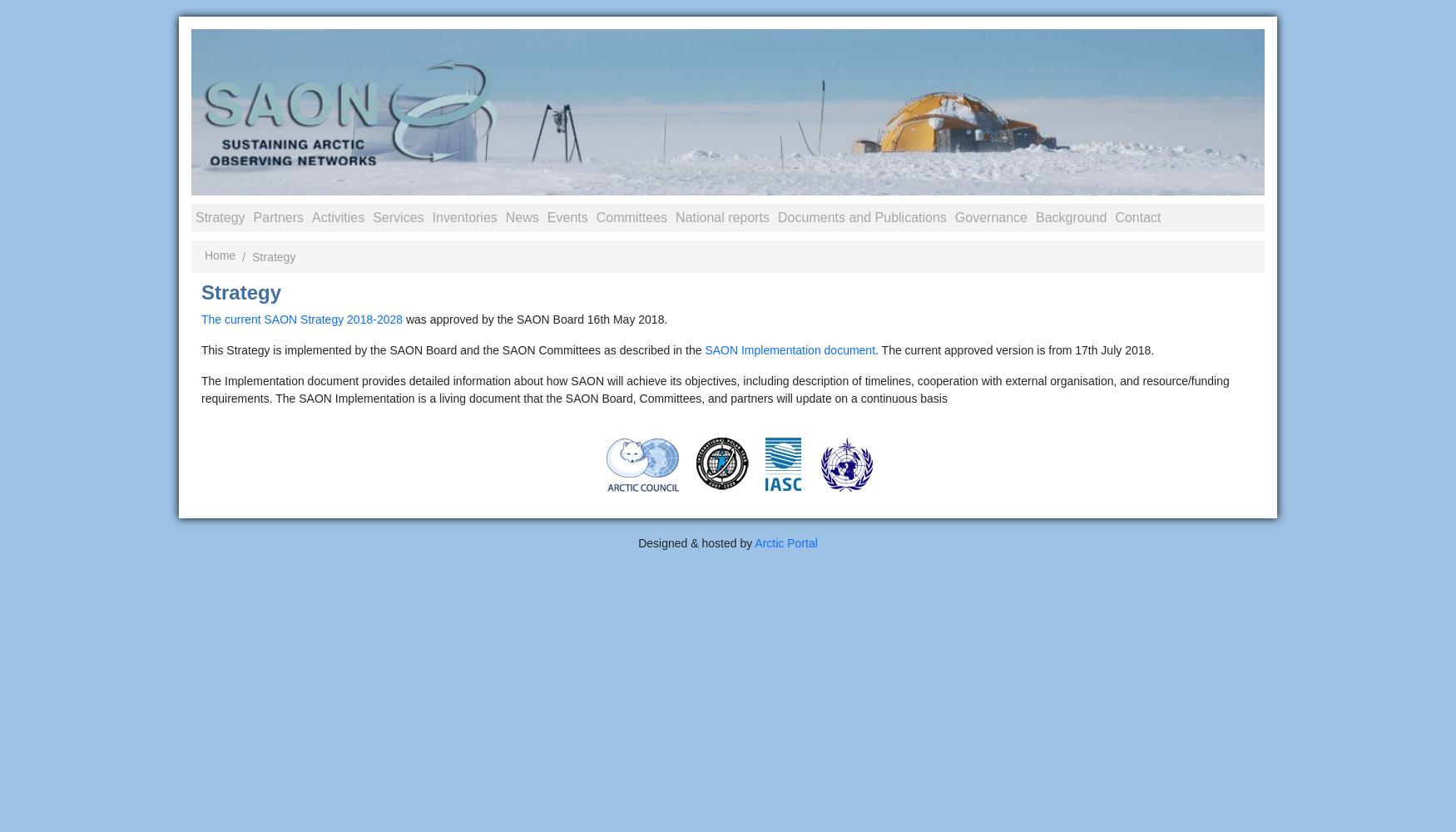 This screenshot has height=832, width=1456. Describe the element at coordinates (533, 319) in the screenshot. I see `'was approved by the SAON Board 16th May 2018.'` at that location.